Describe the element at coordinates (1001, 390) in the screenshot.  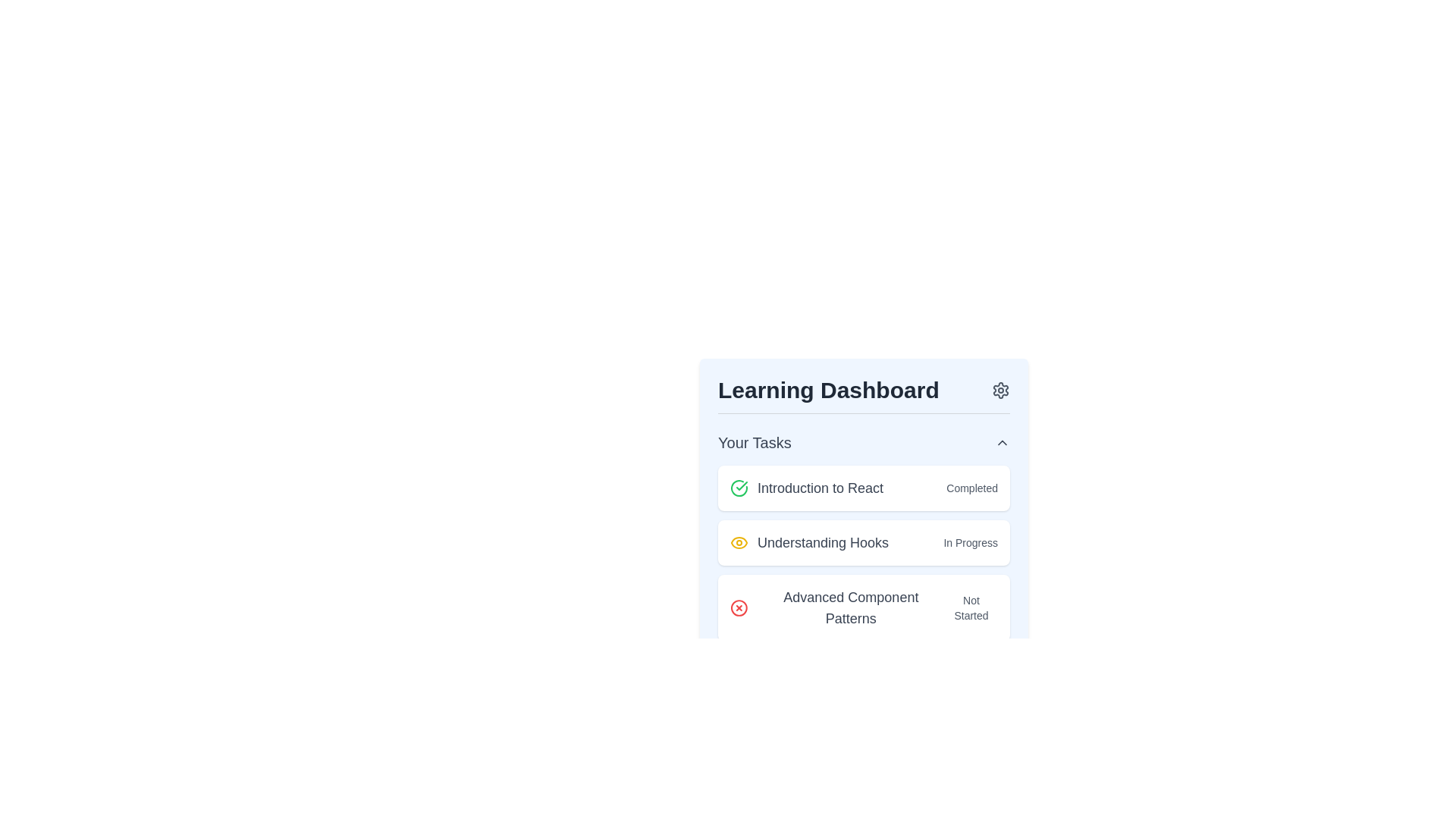
I see `the outer gear-shaped settings icon located` at that location.